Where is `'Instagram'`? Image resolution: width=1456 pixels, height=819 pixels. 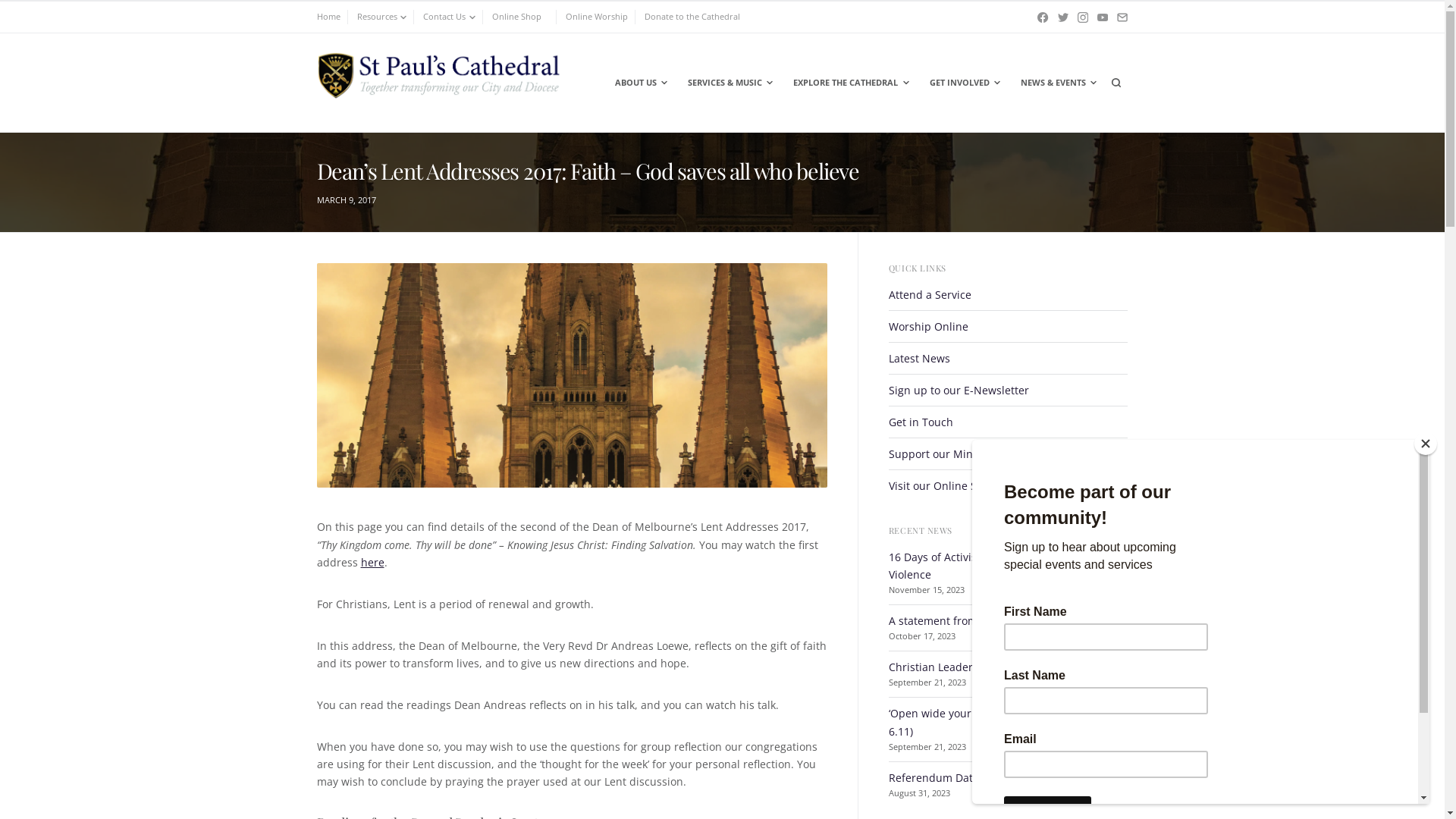
'Instagram' is located at coordinates (1082, 17).